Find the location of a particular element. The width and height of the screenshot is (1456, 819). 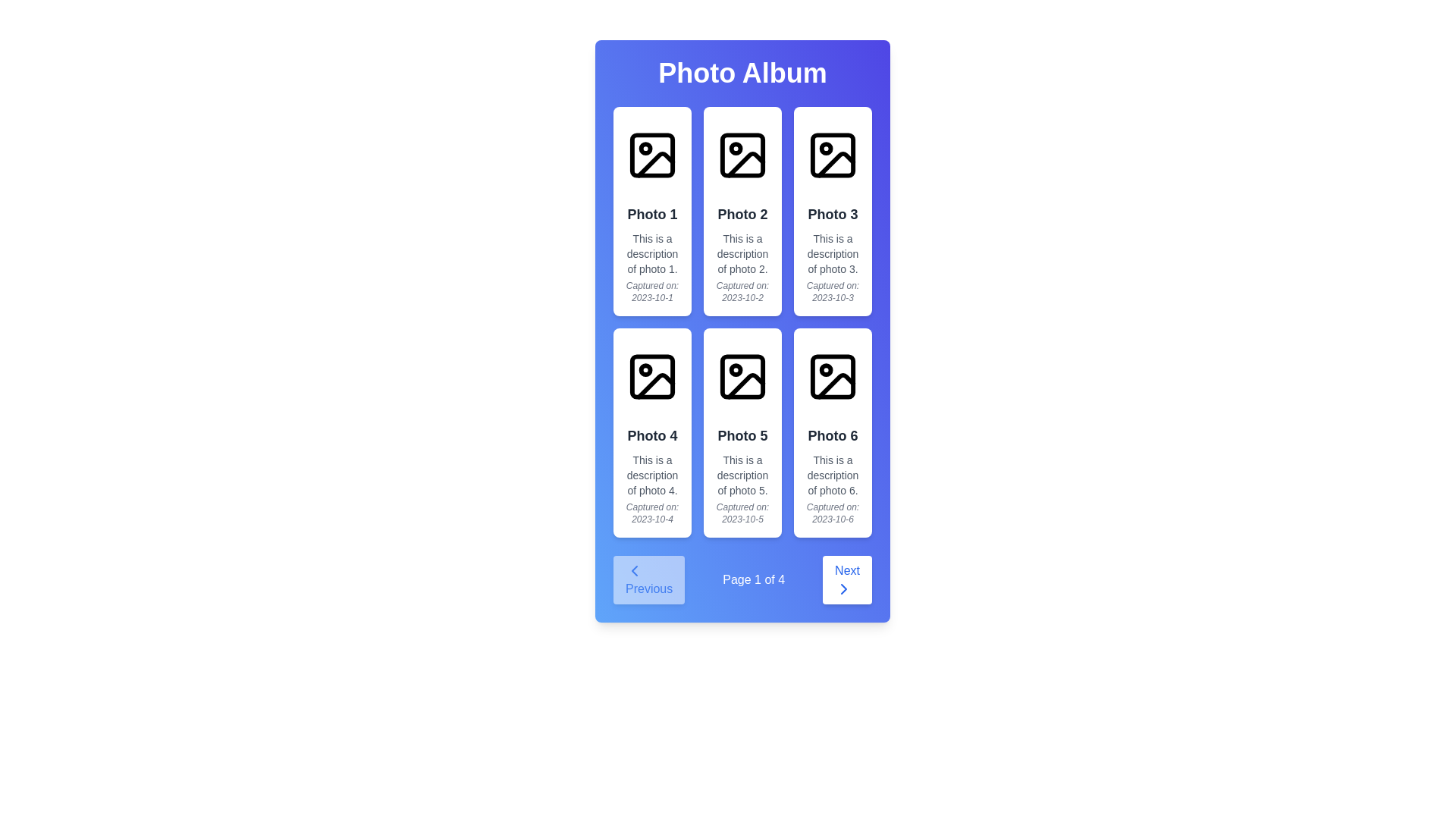

the photo placeholder icon located in the top right corner of the card labeled 'Photo 6' in the grid of photo entries is located at coordinates (832, 376).